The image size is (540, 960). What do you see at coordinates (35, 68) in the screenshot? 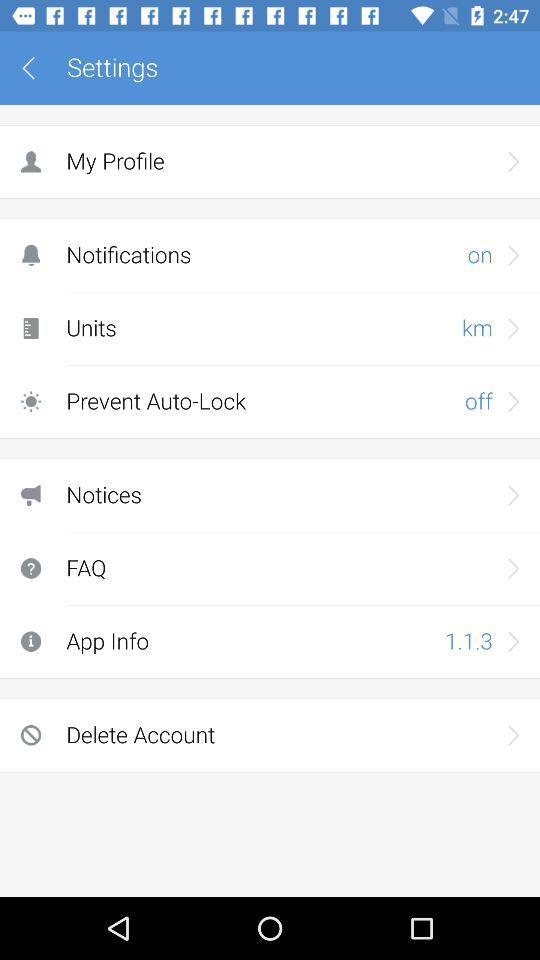
I see `app to the left of settings` at bounding box center [35, 68].